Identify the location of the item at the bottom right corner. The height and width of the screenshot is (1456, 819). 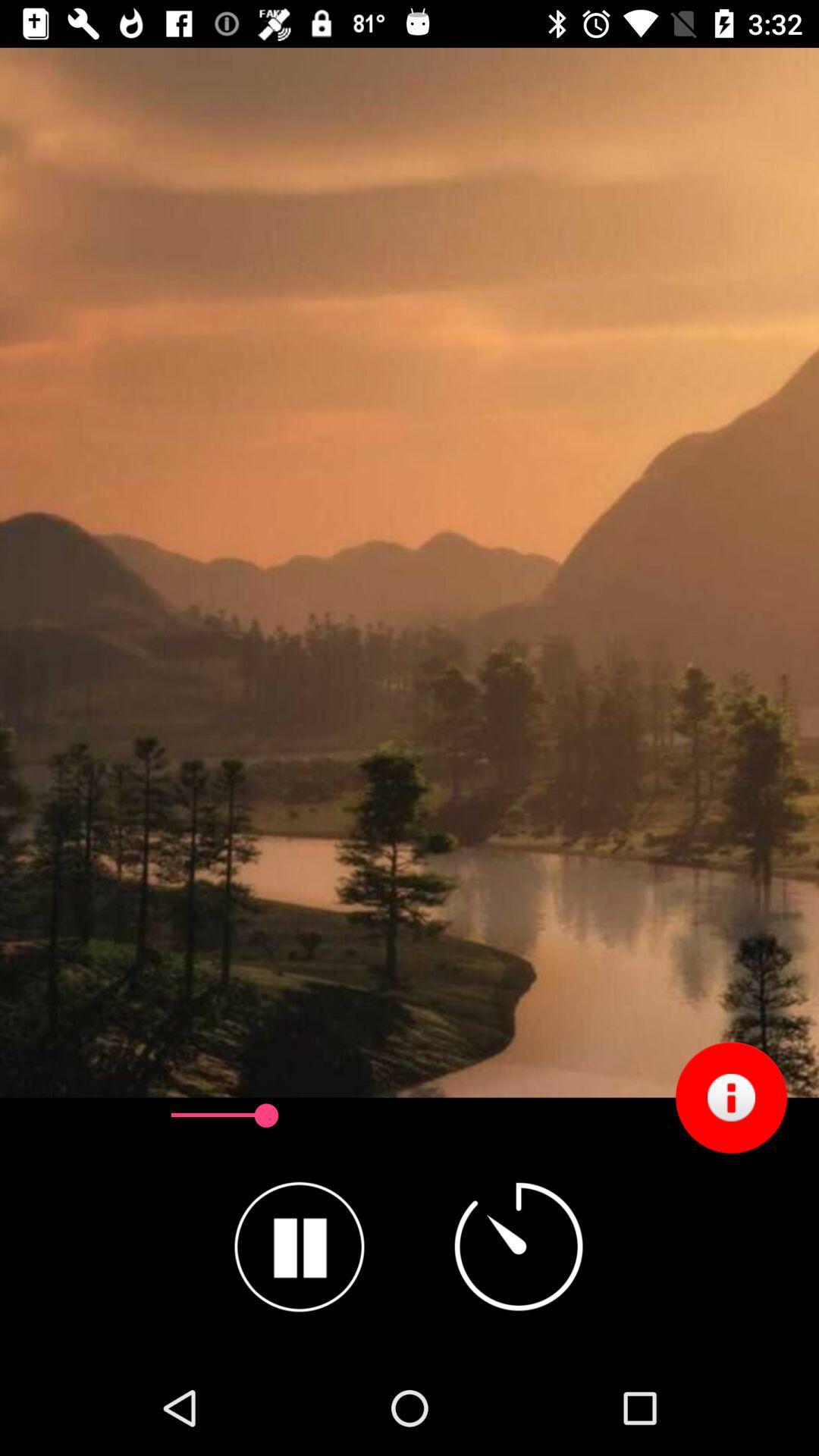
(730, 1097).